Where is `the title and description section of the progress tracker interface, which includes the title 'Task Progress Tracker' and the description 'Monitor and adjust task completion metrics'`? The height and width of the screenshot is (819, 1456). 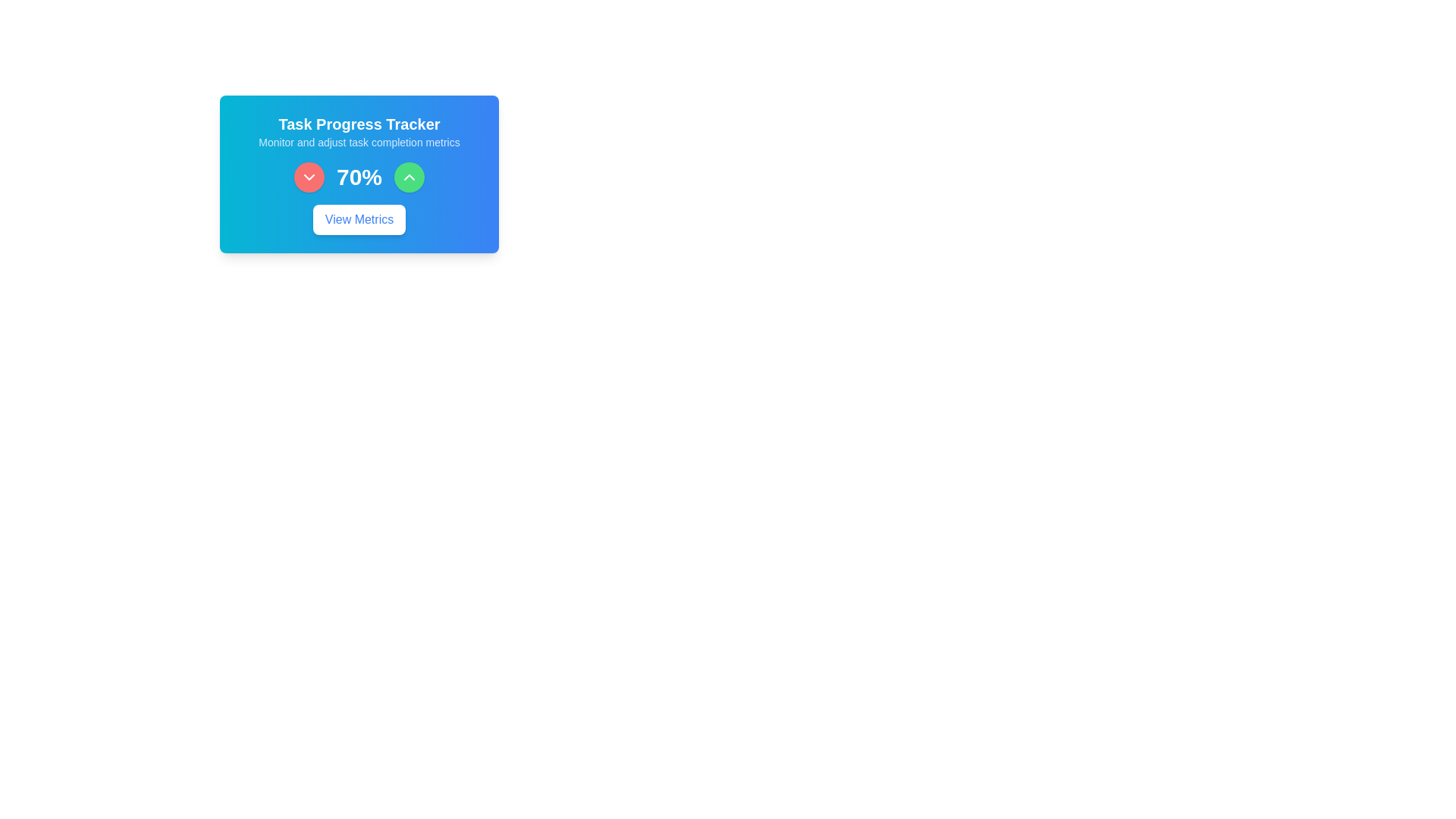 the title and description section of the progress tracker interface, which includes the title 'Task Progress Tracker' and the description 'Monitor and adjust task completion metrics' is located at coordinates (359, 130).